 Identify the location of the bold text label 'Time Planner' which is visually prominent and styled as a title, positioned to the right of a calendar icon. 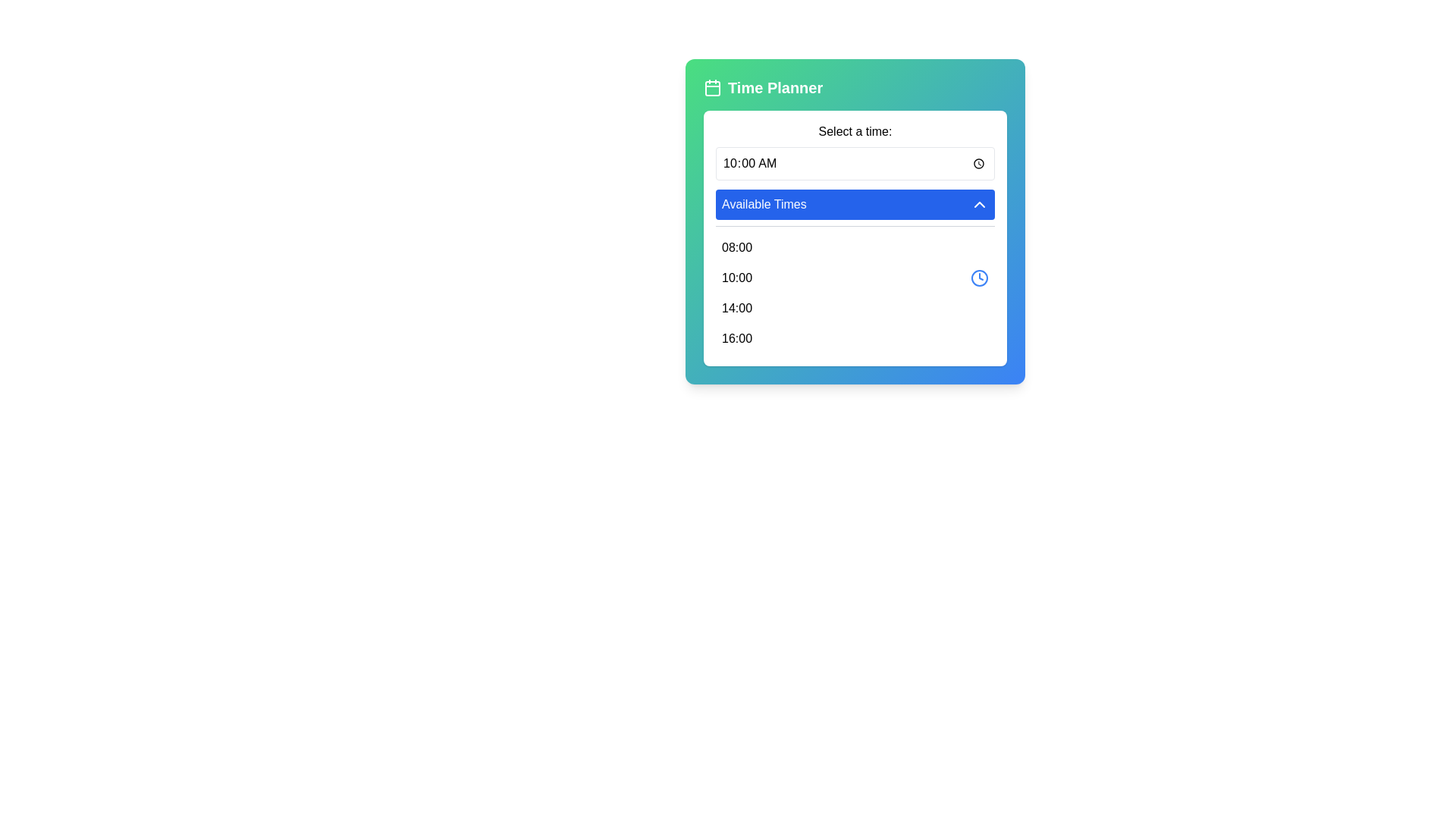
(775, 87).